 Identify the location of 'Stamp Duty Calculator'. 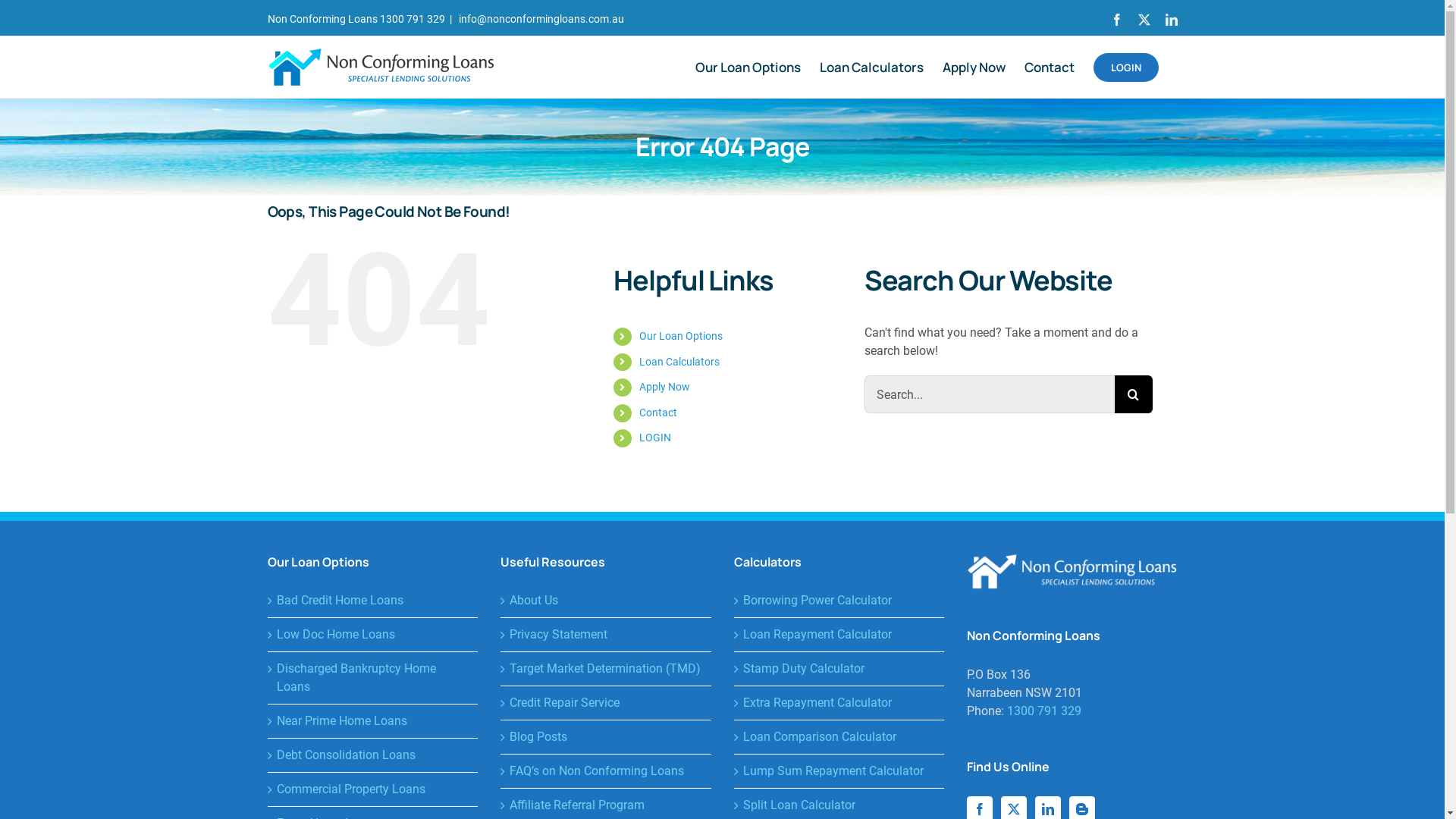
(839, 668).